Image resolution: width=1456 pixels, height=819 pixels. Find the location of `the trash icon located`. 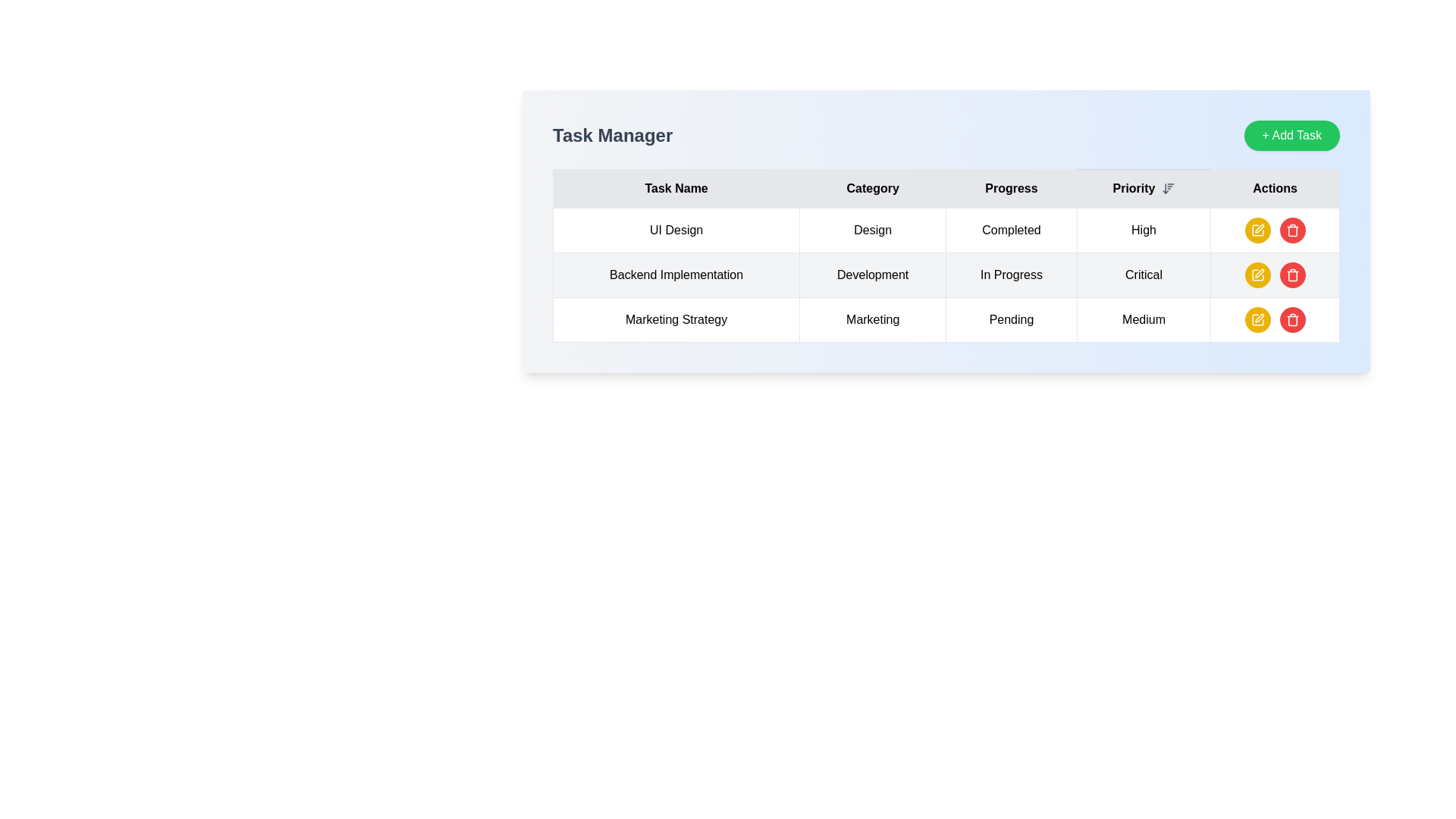

the trash icon located is located at coordinates (1291, 320).